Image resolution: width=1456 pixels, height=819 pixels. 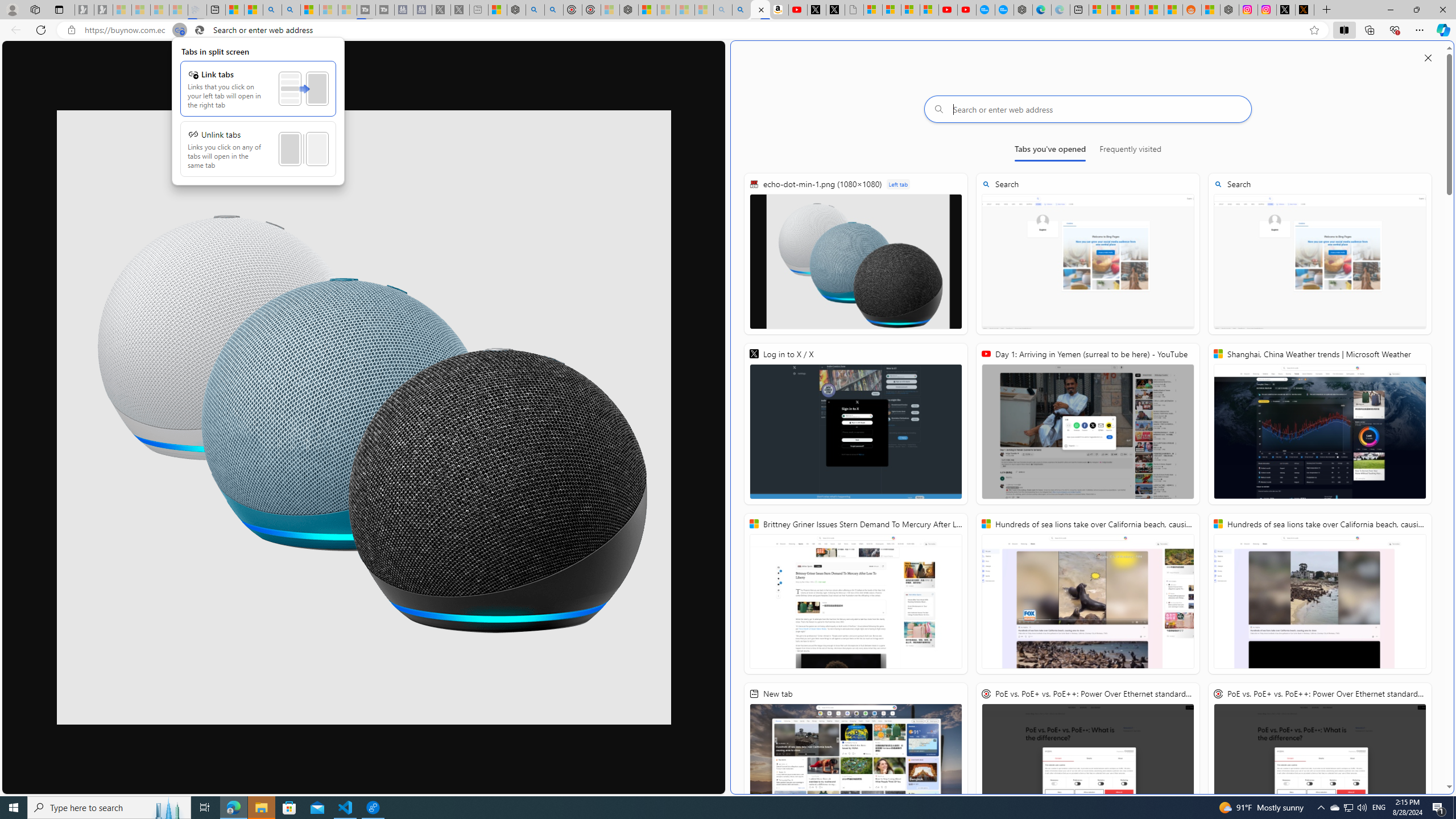 I want to click on 'Nordace - Nordace Siena Is Not An Ordinary Backpack', so click(x=628, y=9).